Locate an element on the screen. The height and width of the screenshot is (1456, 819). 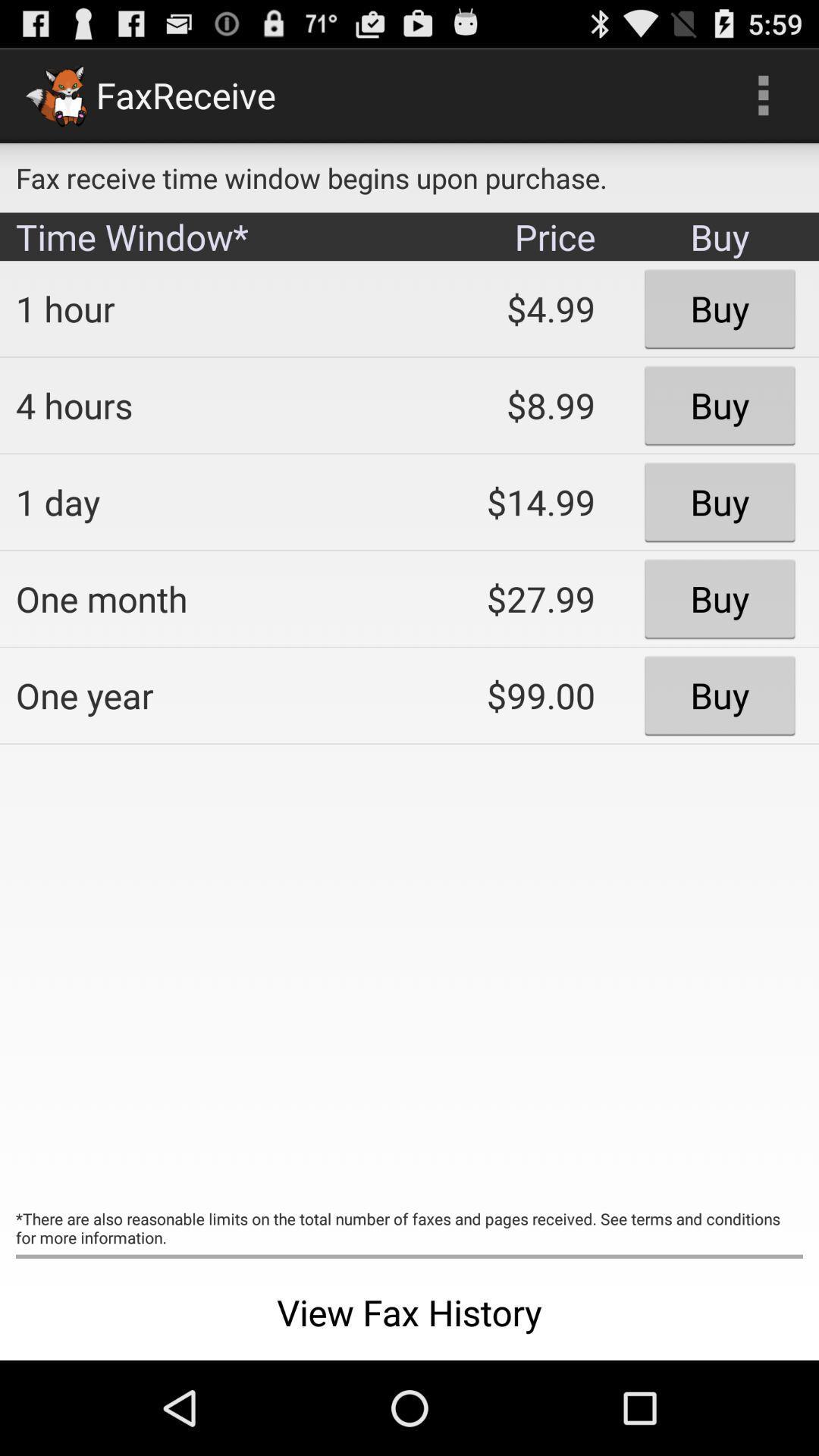
the 1 day icon is located at coordinates (201, 502).